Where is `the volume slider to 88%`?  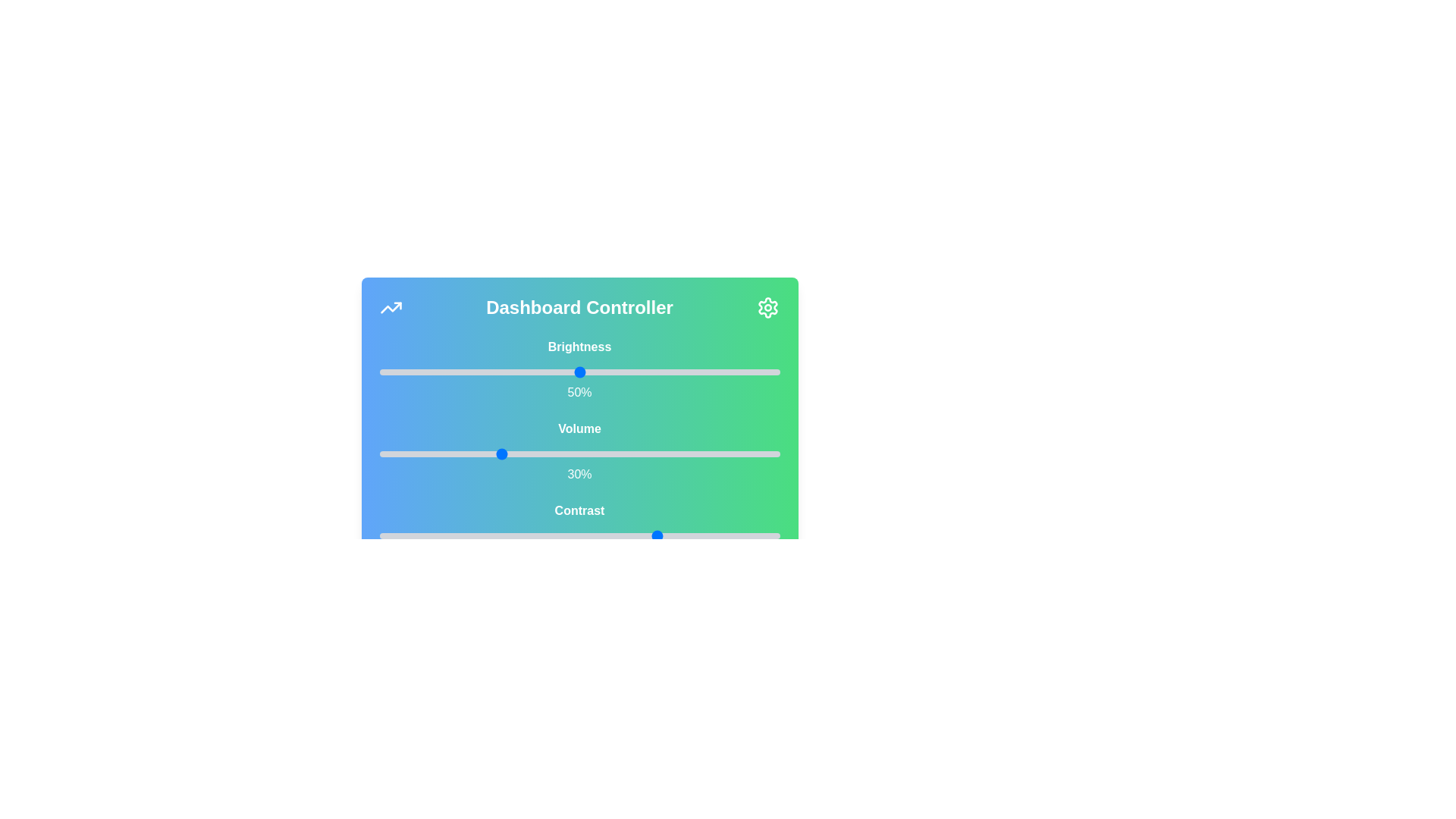
the volume slider to 88% is located at coordinates (732, 453).